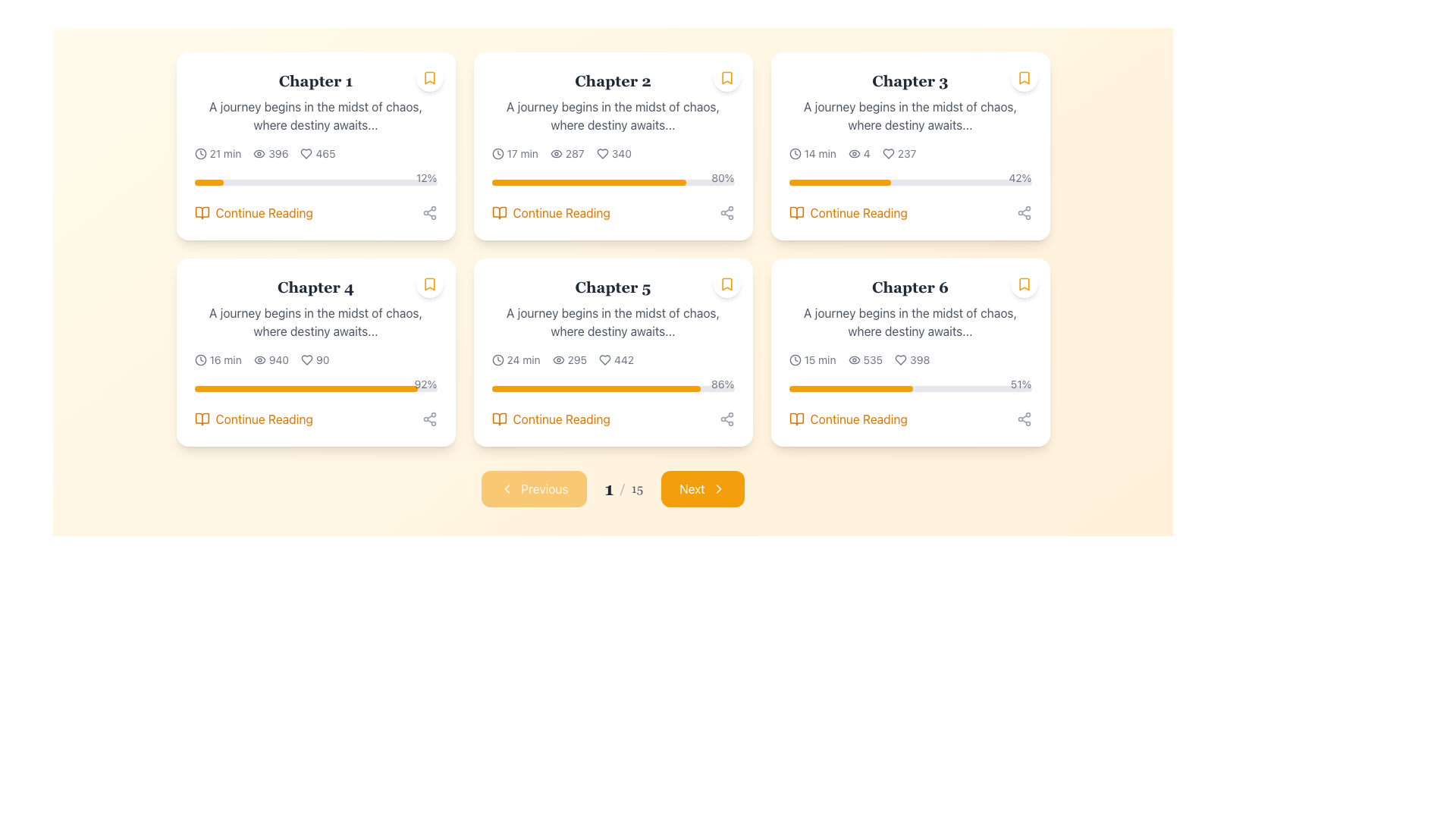 The image size is (1456, 819). I want to click on the heart icon adjacent to the numerical text '340', which indicates the count of likes for Chapter 2, so click(613, 154).